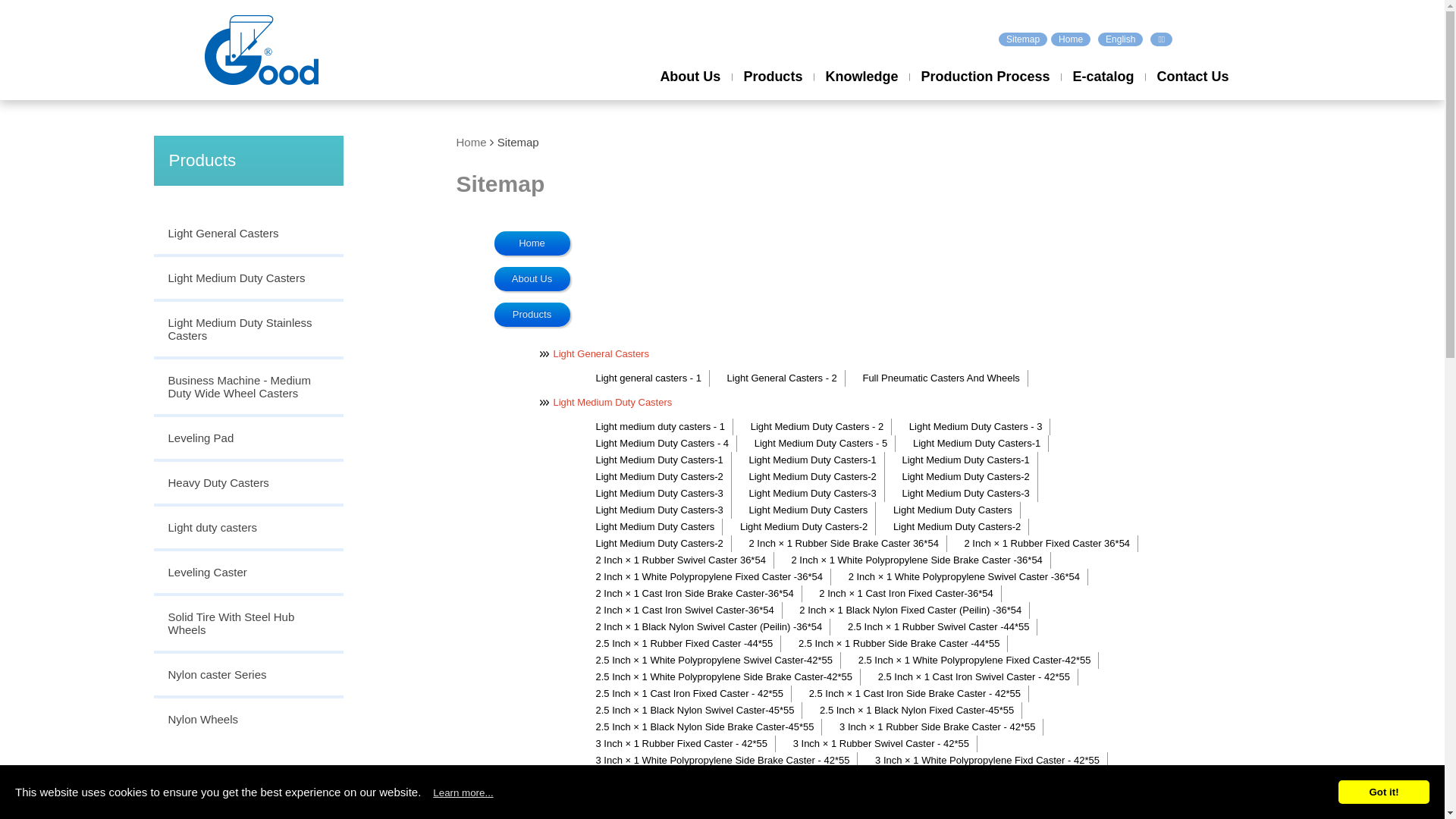 This screenshot has width=1456, height=819. Describe the element at coordinates (247, 718) in the screenshot. I see `'Nylon Wheels'` at that location.